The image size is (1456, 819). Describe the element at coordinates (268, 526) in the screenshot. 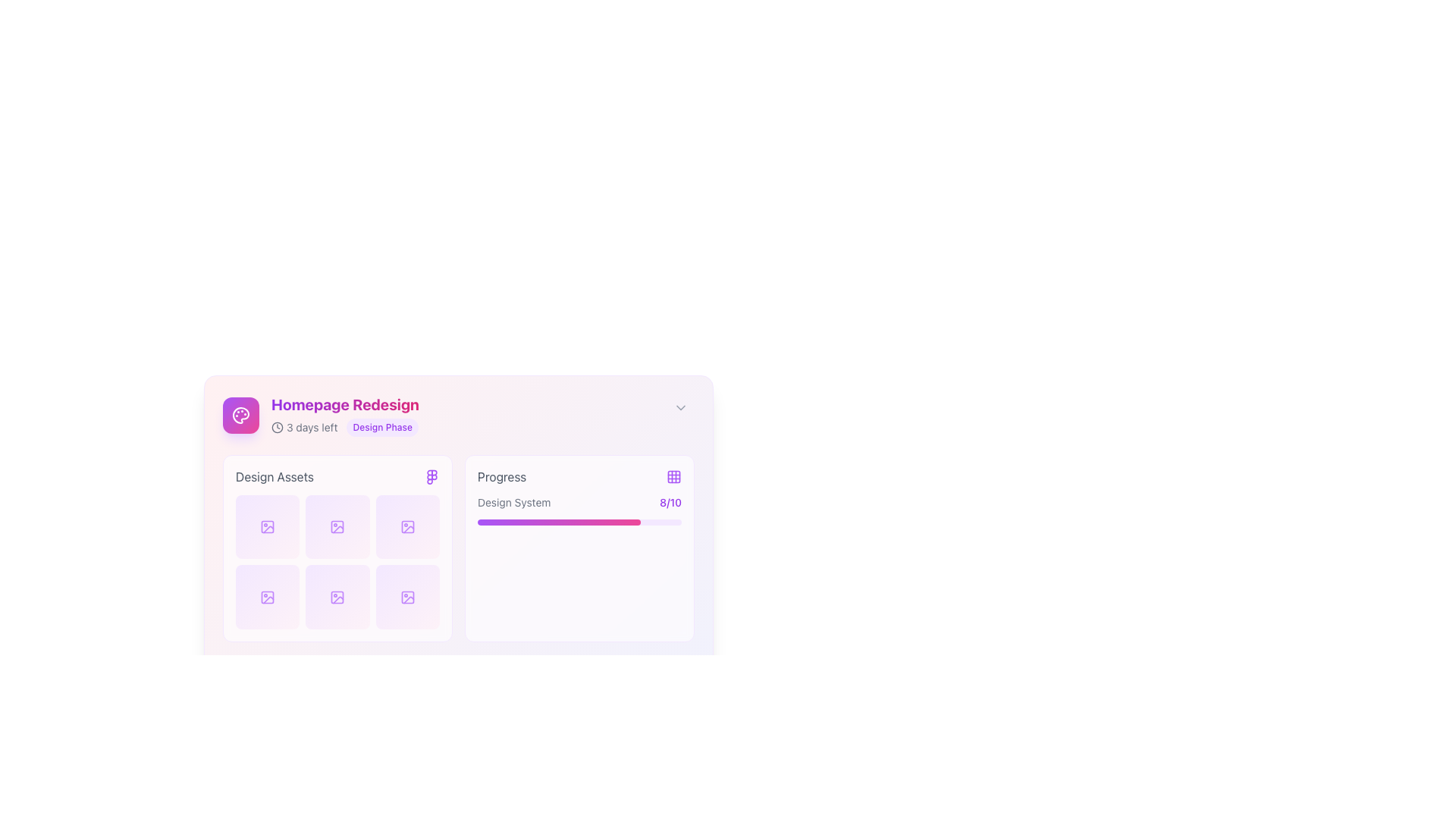

I see `the decorative rectangle with rounded corners and a purple icon, located in the top-left grid section labeled 'Design Assets'` at that location.